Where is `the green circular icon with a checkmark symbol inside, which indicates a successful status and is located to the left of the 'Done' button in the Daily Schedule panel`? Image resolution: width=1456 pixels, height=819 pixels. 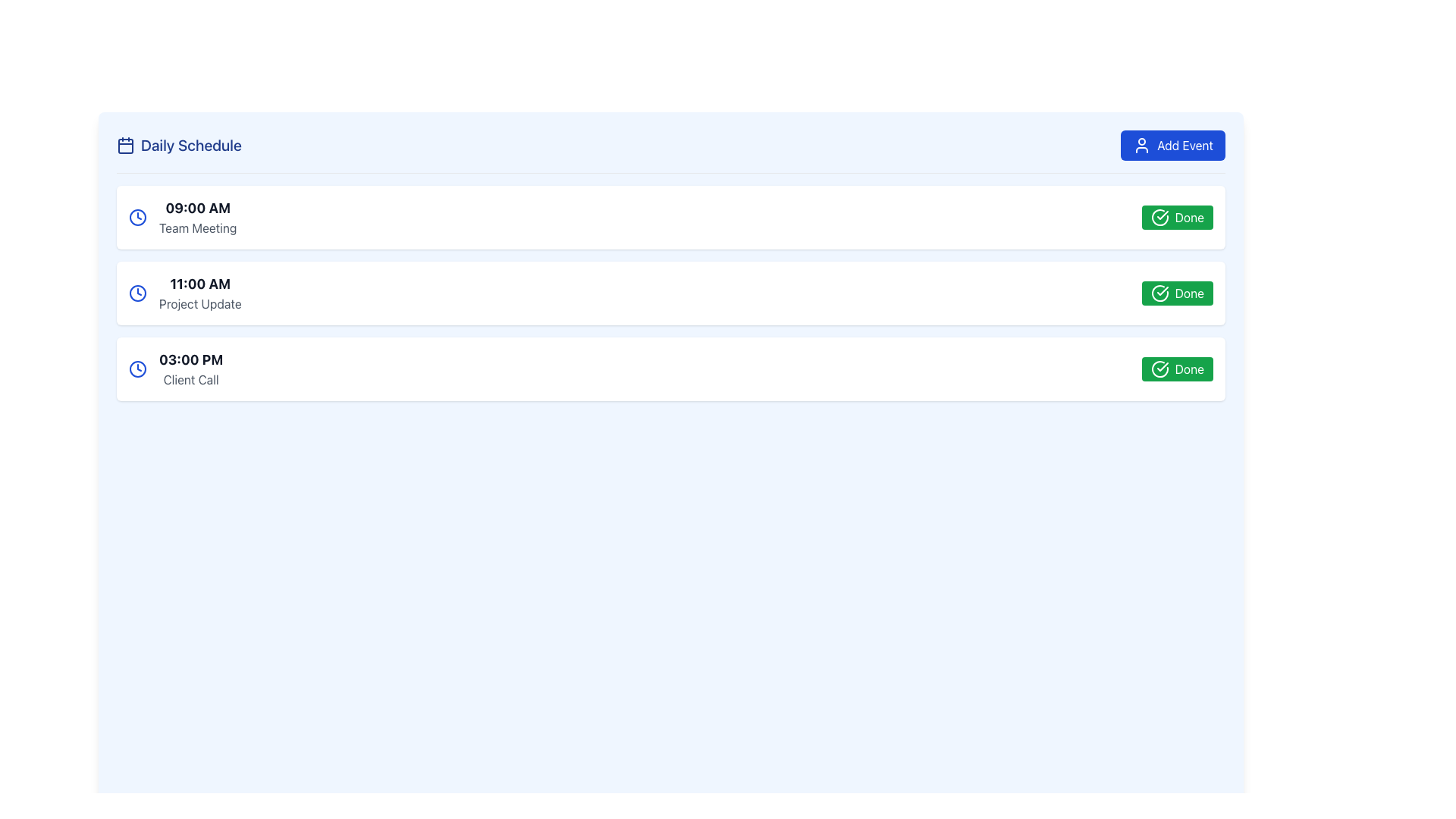 the green circular icon with a checkmark symbol inside, which indicates a successful status and is located to the left of the 'Done' button in the Daily Schedule panel is located at coordinates (1159, 293).